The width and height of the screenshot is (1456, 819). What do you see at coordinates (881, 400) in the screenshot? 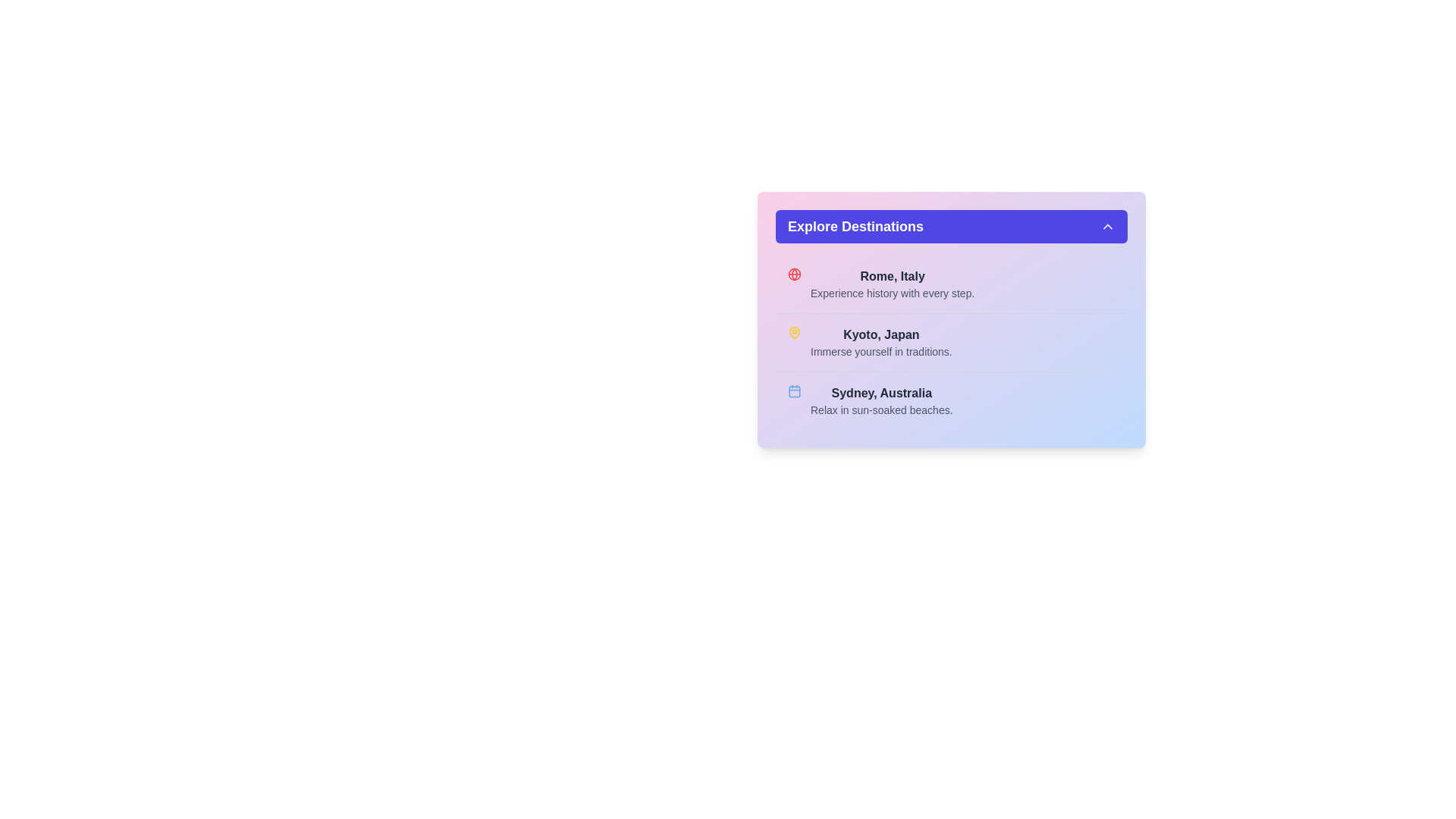
I see `the text display element containing the title 'Sydney, Australia' and the description 'Relax in sun-soaked beaches', which is positioned in the third row of the 'Explore Destinations' widget` at bounding box center [881, 400].